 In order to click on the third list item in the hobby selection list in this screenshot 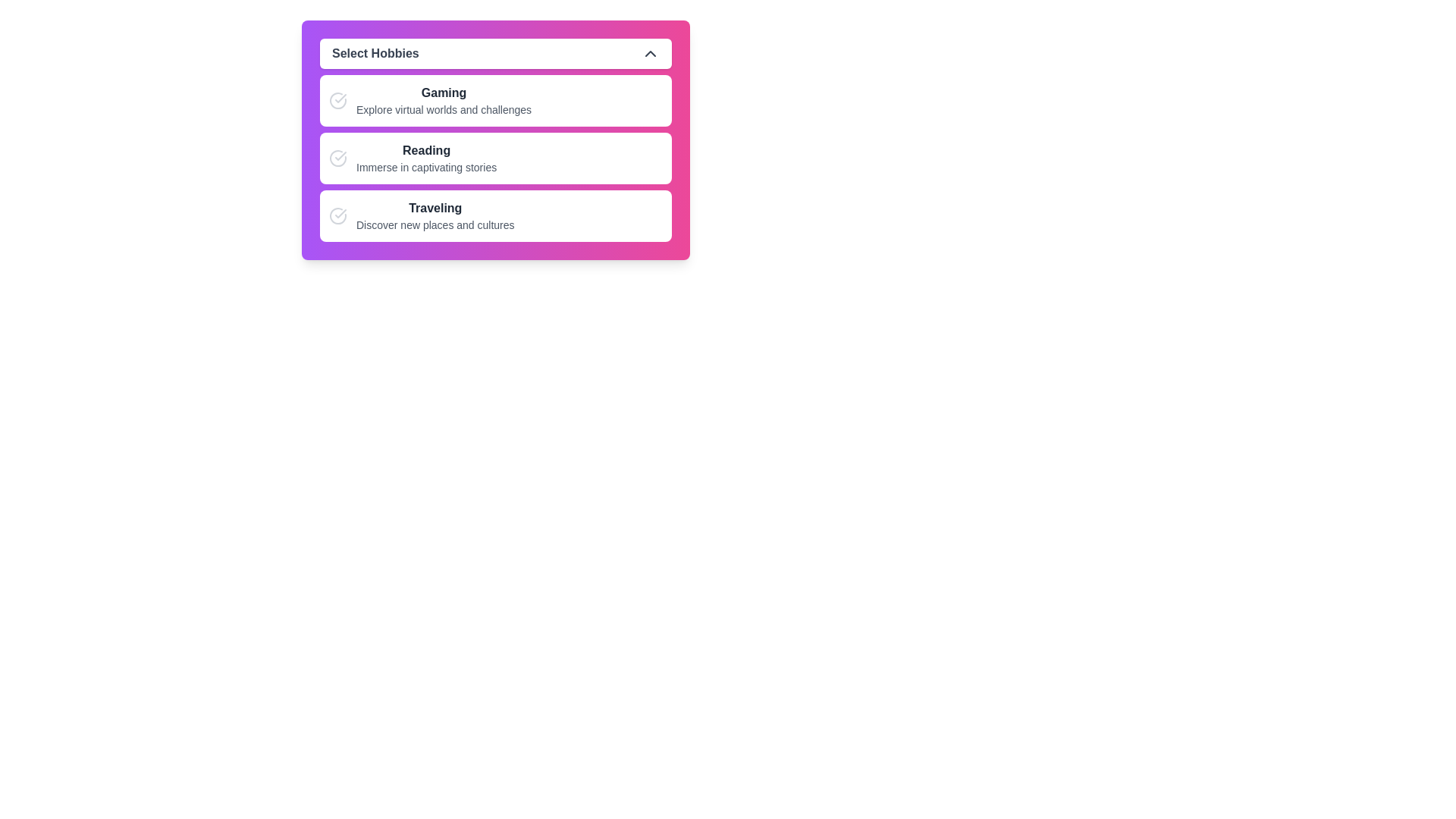, I will do `click(435, 216)`.